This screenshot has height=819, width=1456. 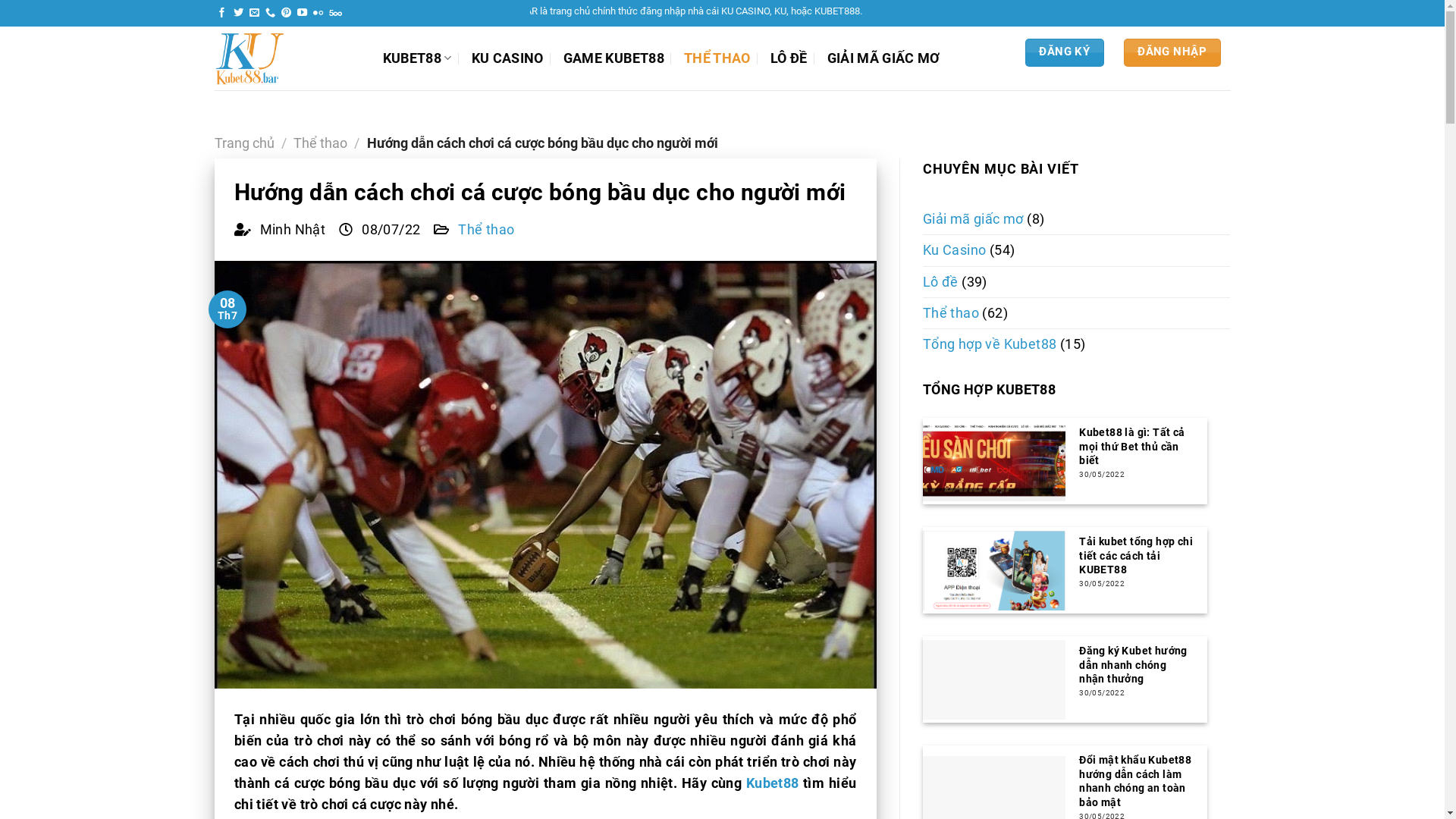 What do you see at coordinates (237, 13) in the screenshot?
I see `'Follow on Twitter'` at bounding box center [237, 13].